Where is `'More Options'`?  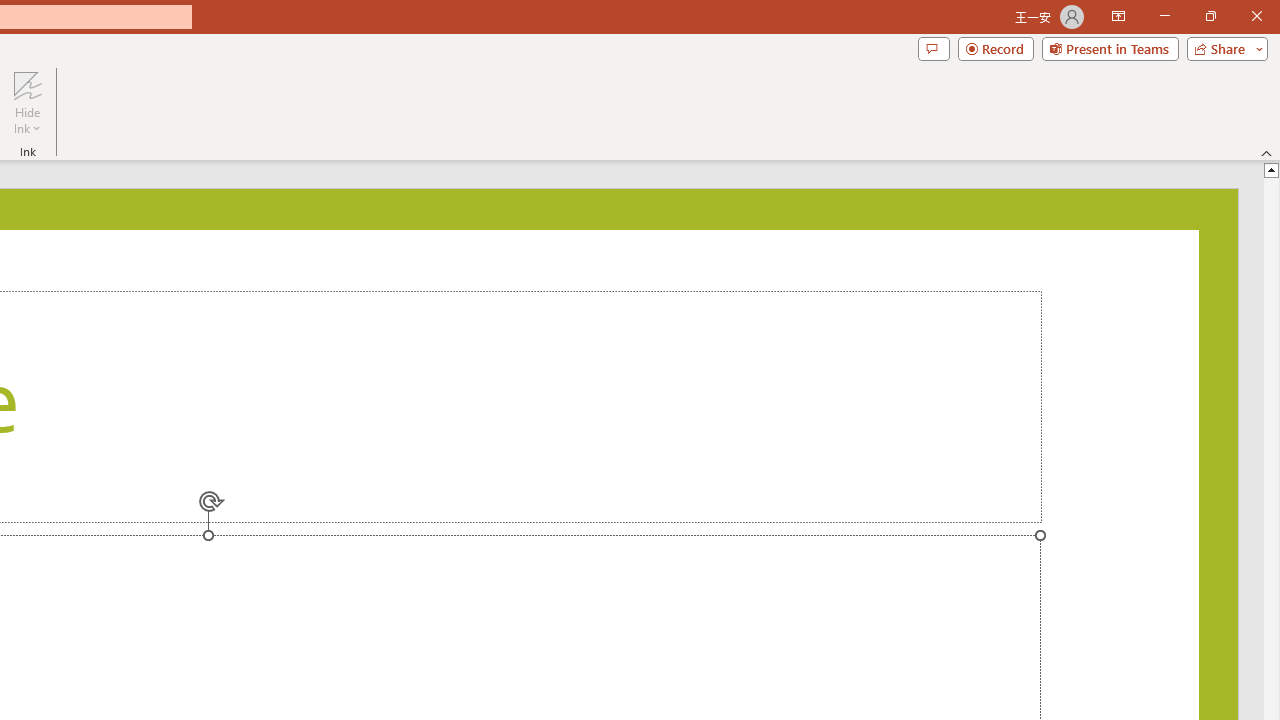 'More Options' is located at coordinates (27, 121).